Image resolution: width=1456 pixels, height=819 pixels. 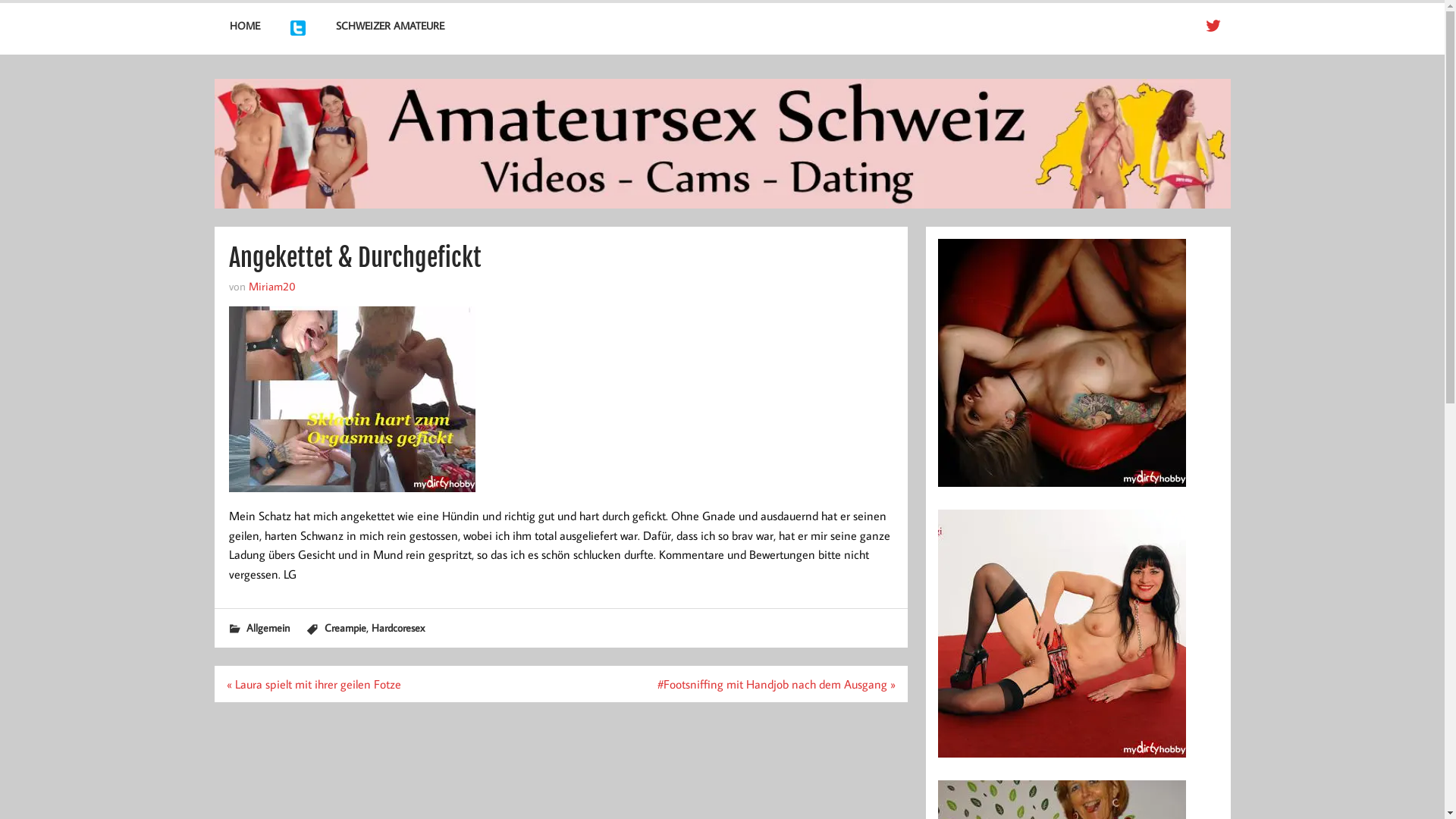 What do you see at coordinates (344, 627) in the screenshot?
I see `'Creampie'` at bounding box center [344, 627].